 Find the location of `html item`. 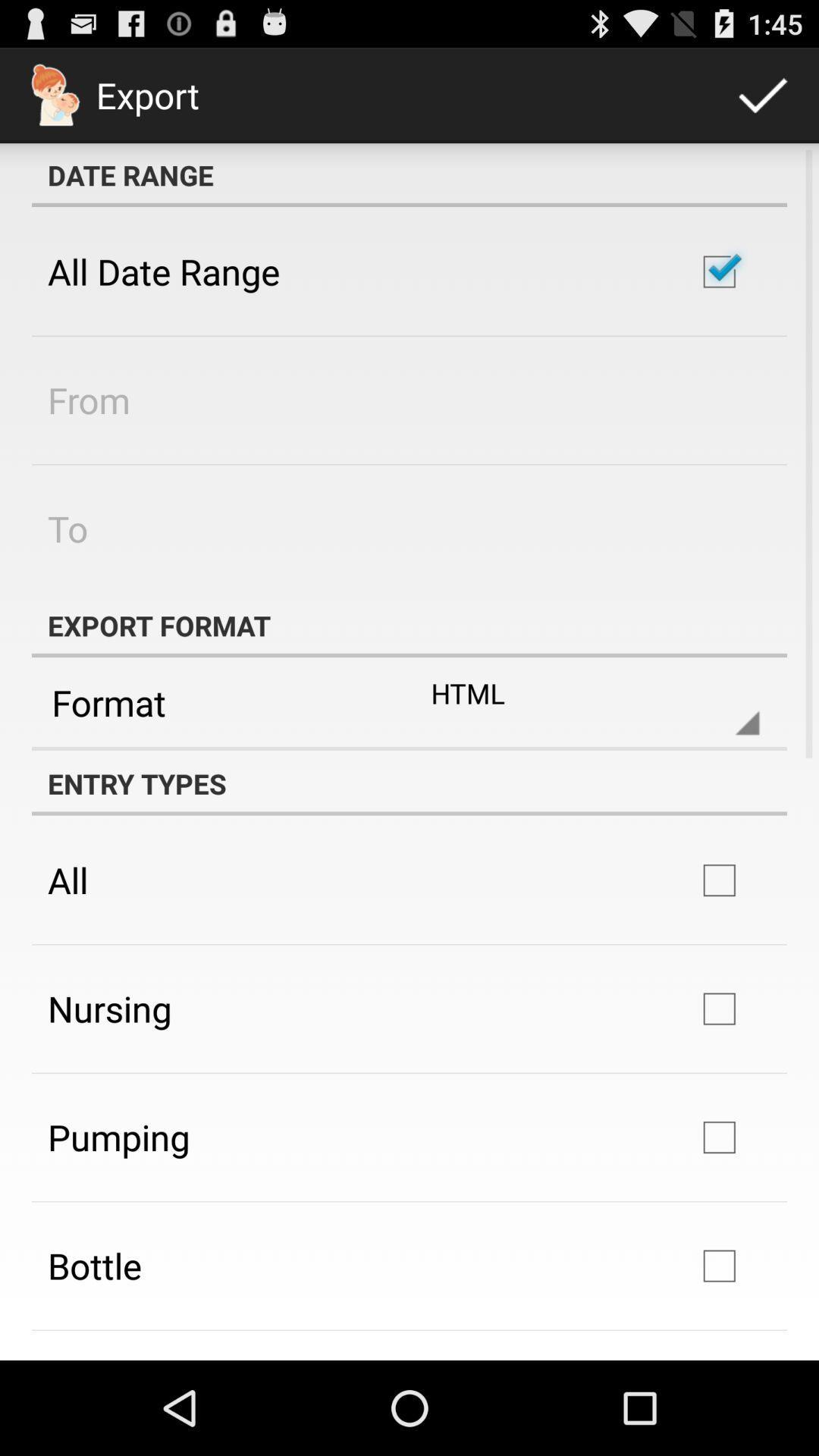

html item is located at coordinates (582, 701).